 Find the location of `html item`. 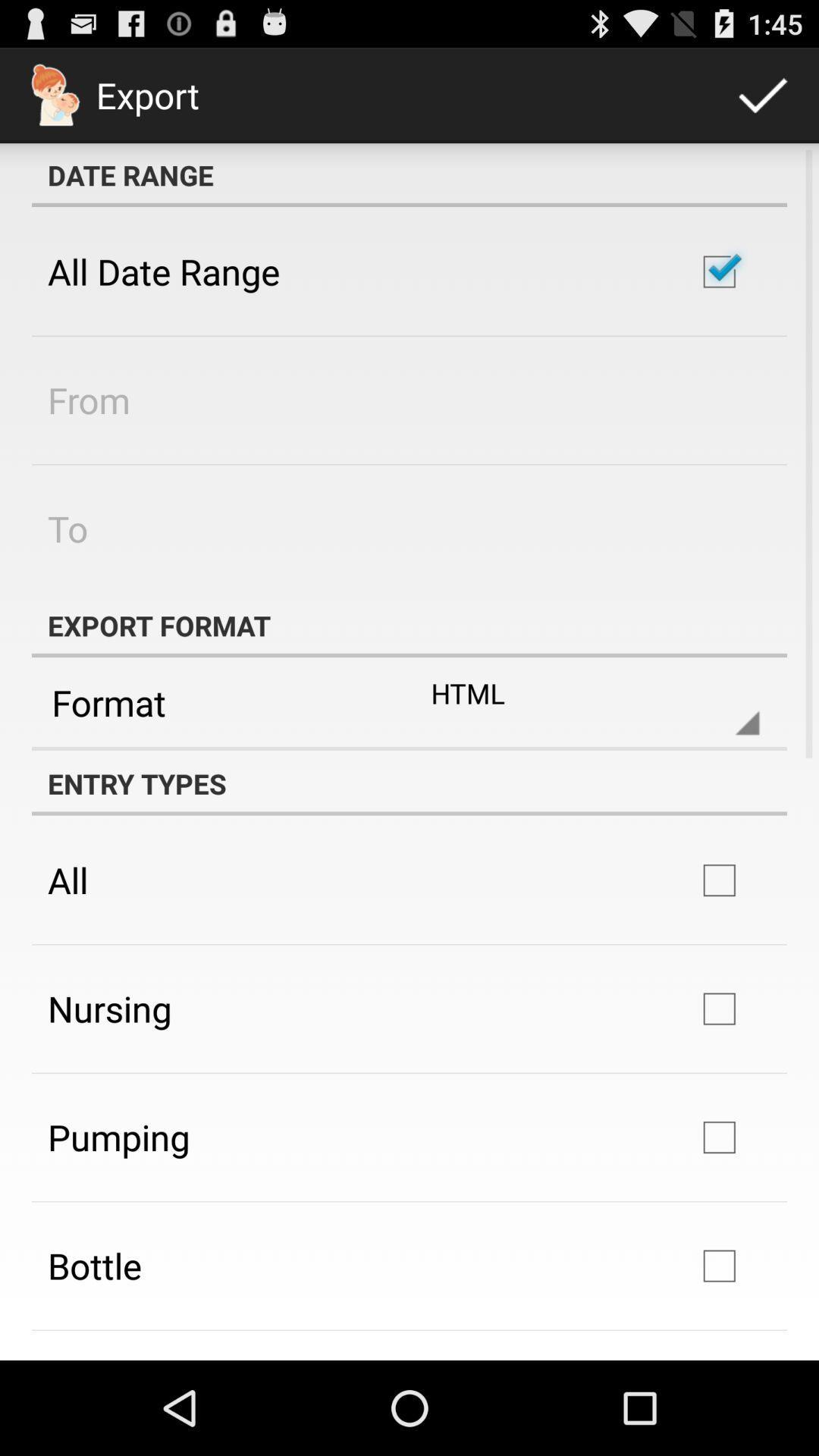

html item is located at coordinates (582, 701).